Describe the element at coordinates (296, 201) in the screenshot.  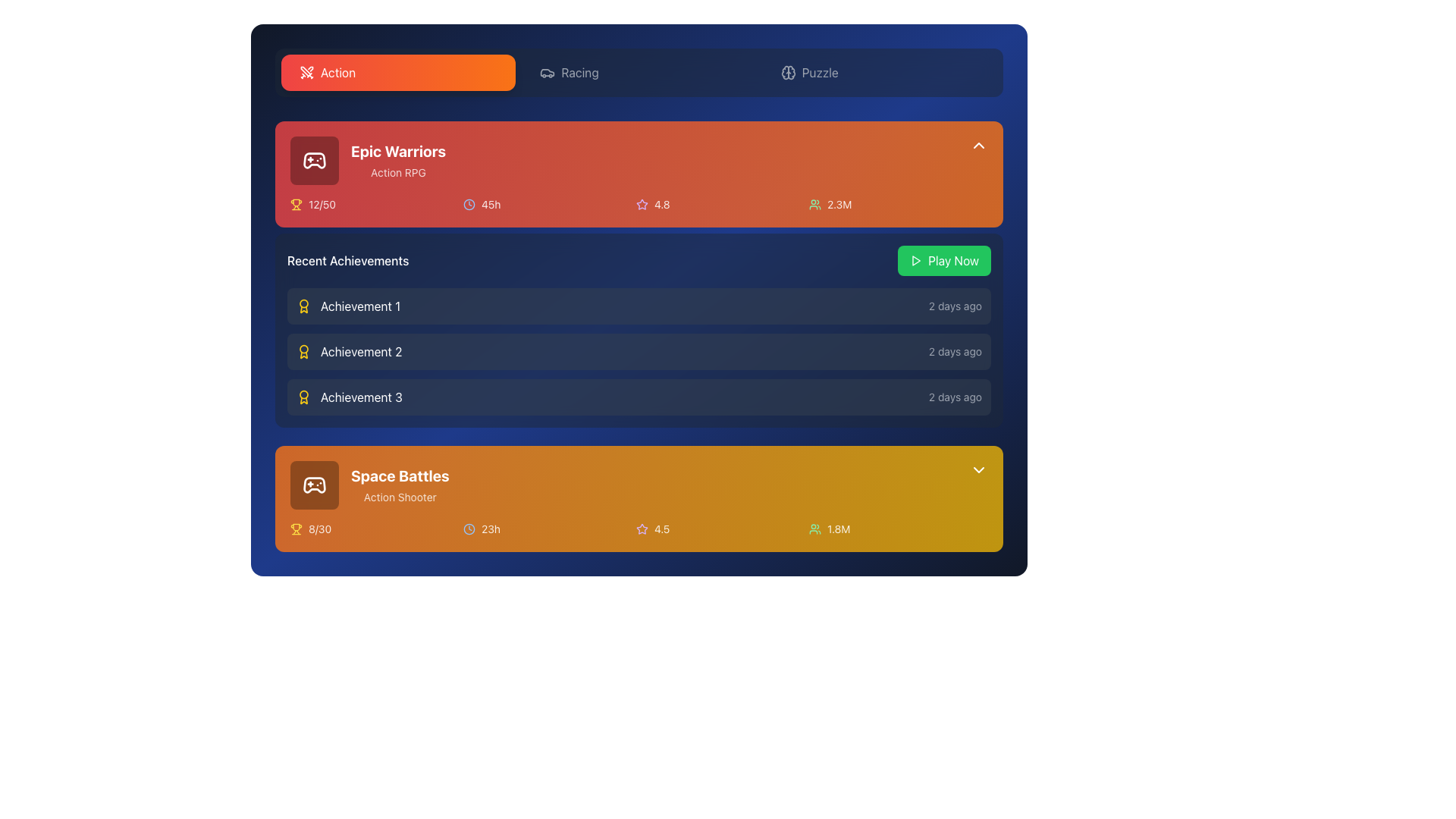
I see `the trophy icon representing achievements in the 'Epic Warriors' section, which is located in the lower left corner of the red card` at that location.